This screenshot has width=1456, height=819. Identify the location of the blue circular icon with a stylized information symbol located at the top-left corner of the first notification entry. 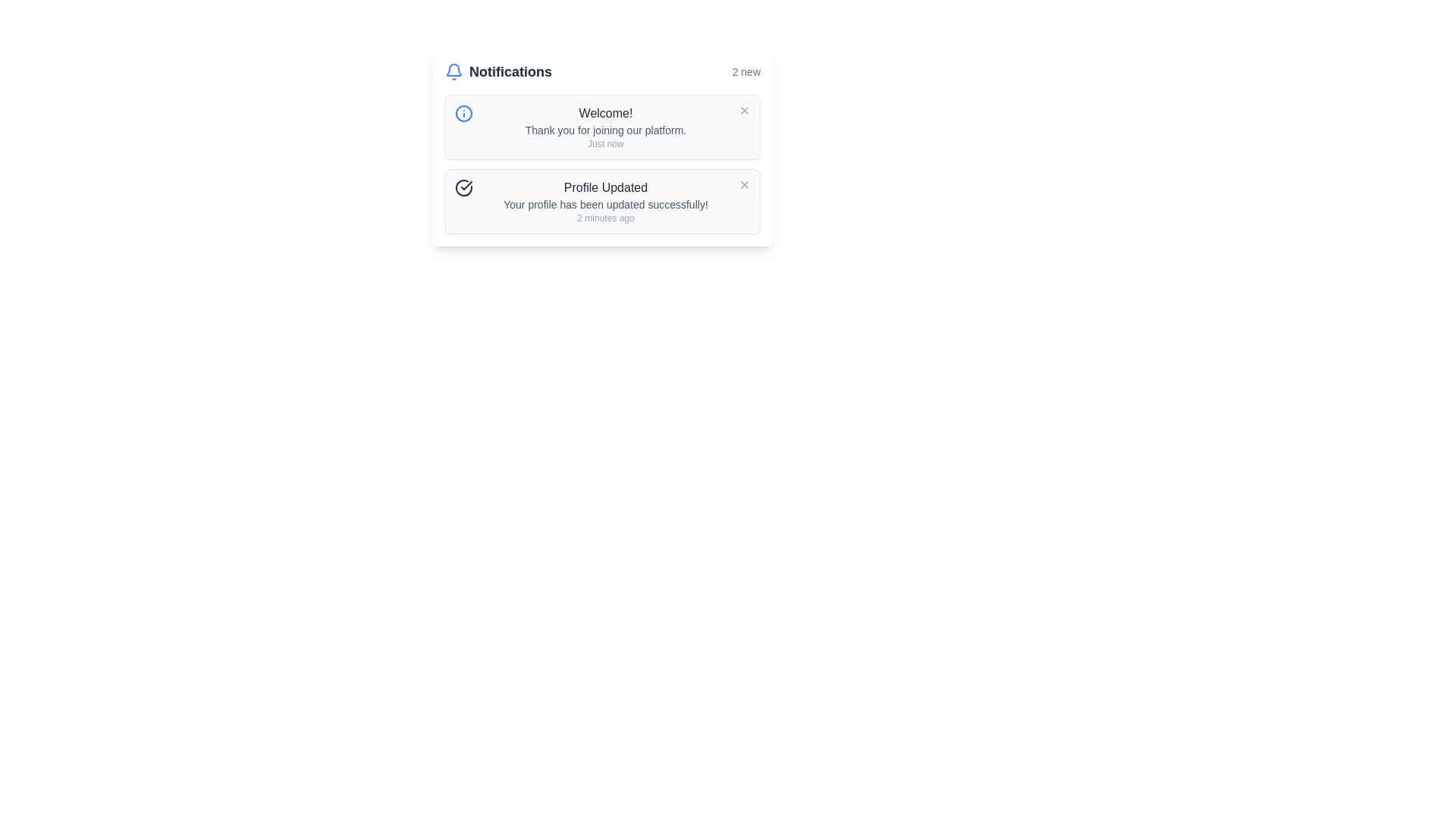
(463, 113).